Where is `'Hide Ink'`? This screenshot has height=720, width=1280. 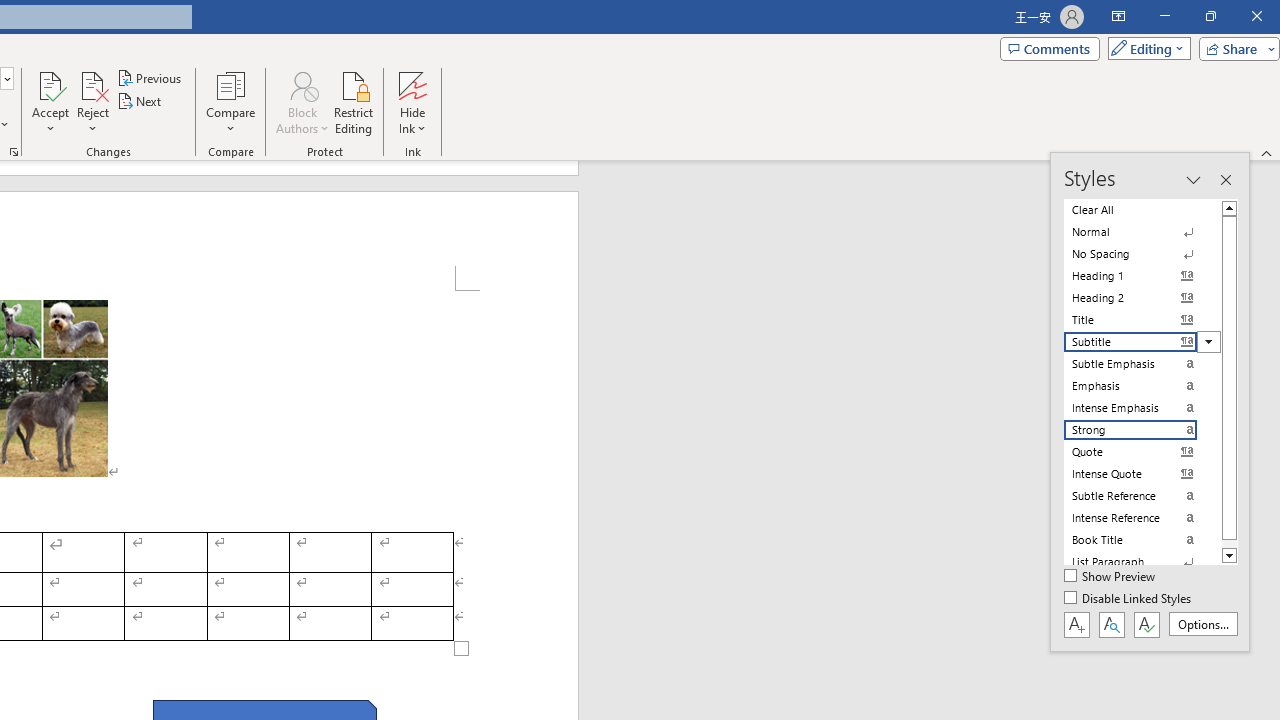 'Hide Ink' is located at coordinates (411, 84).